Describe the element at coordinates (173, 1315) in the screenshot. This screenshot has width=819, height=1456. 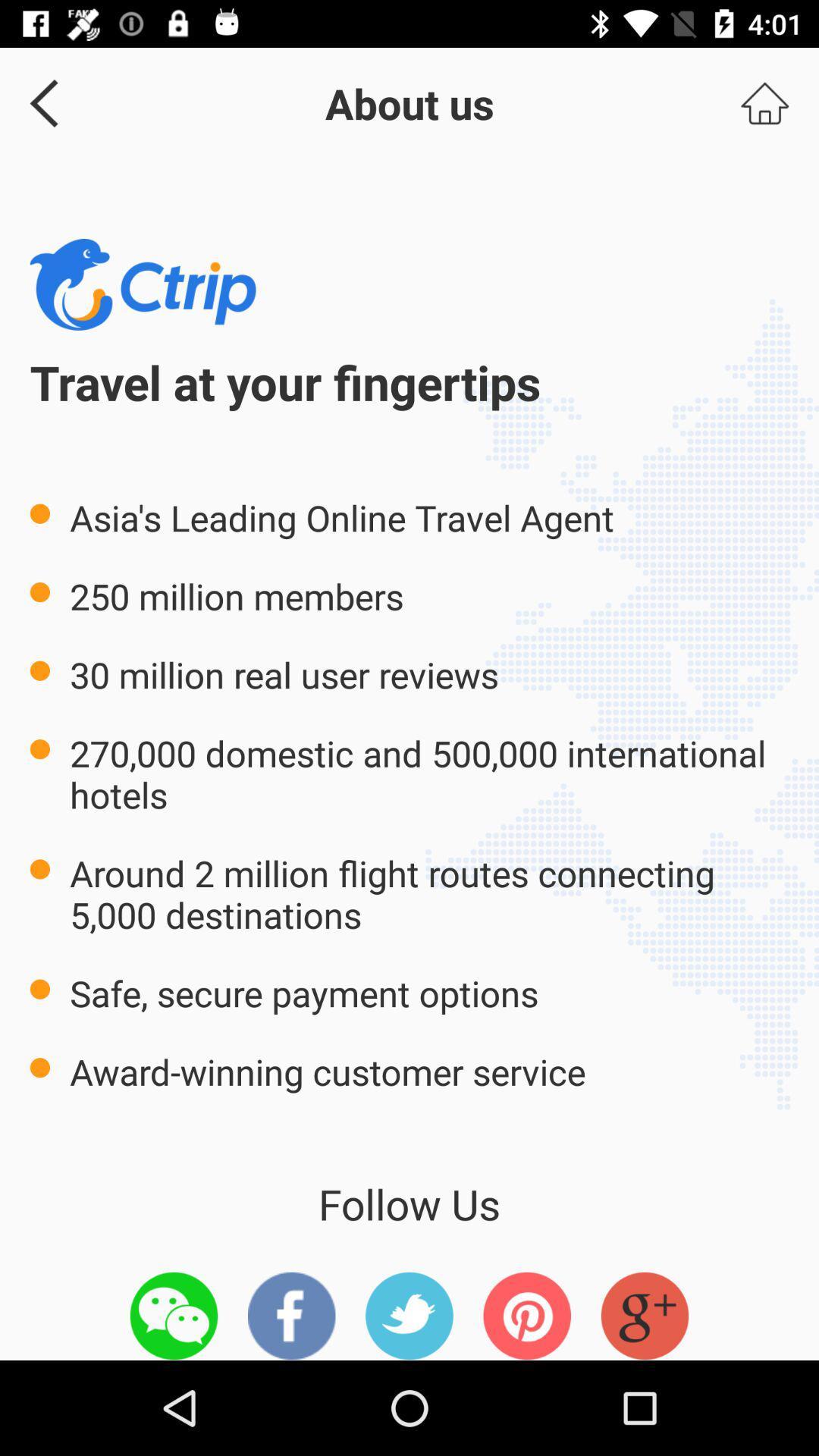
I see `icon below the award winning customer icon` at that location.